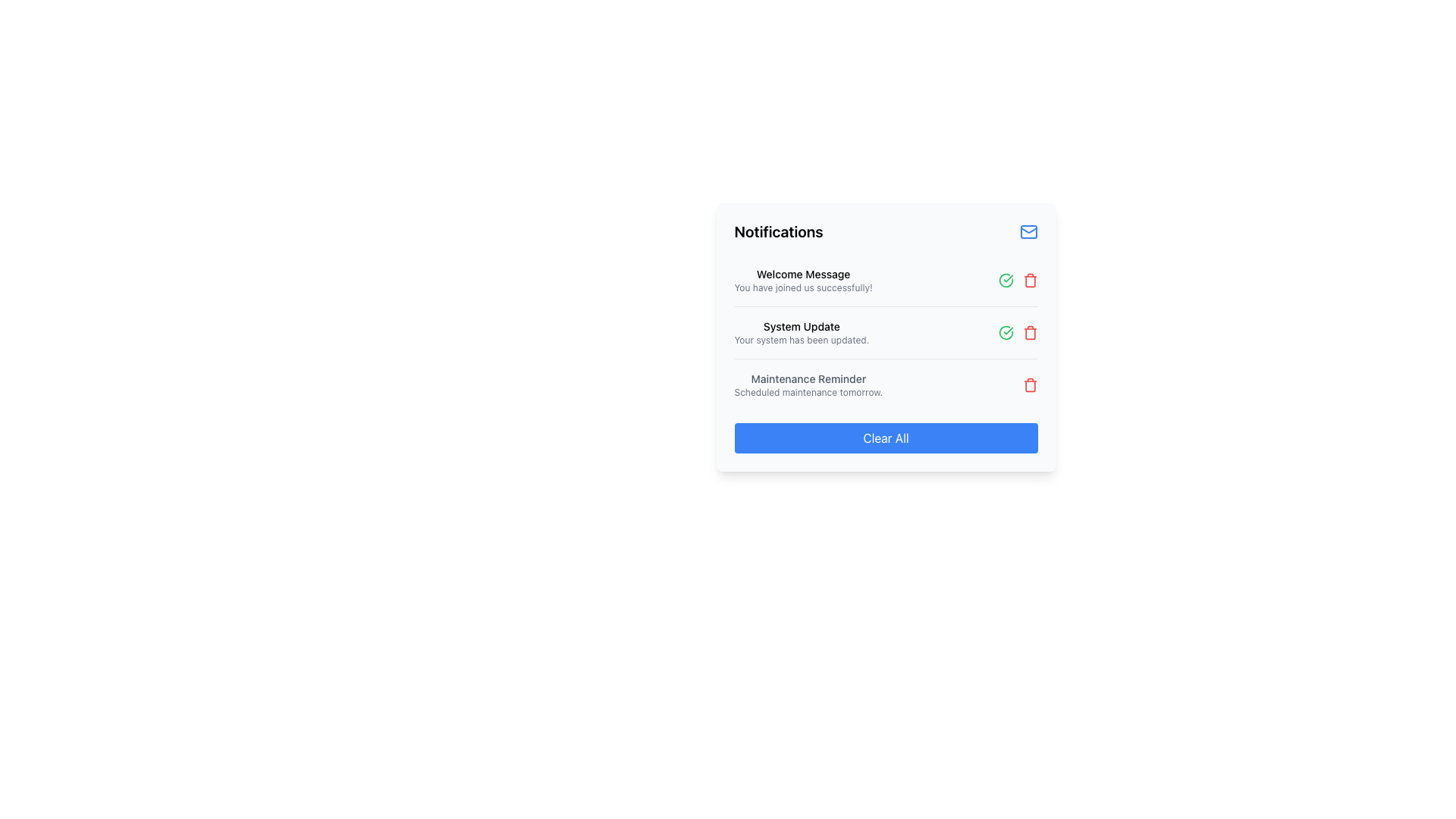 Image resolution: width=1456 pixels, height=819 pixels. What do you see at coordinates (886, 384) in the screenshot?
I see `announcement from the third notification card in the notifications list, located between the 'System Update' notification and the 'Clear All' button` at bounding box center [886, 384].